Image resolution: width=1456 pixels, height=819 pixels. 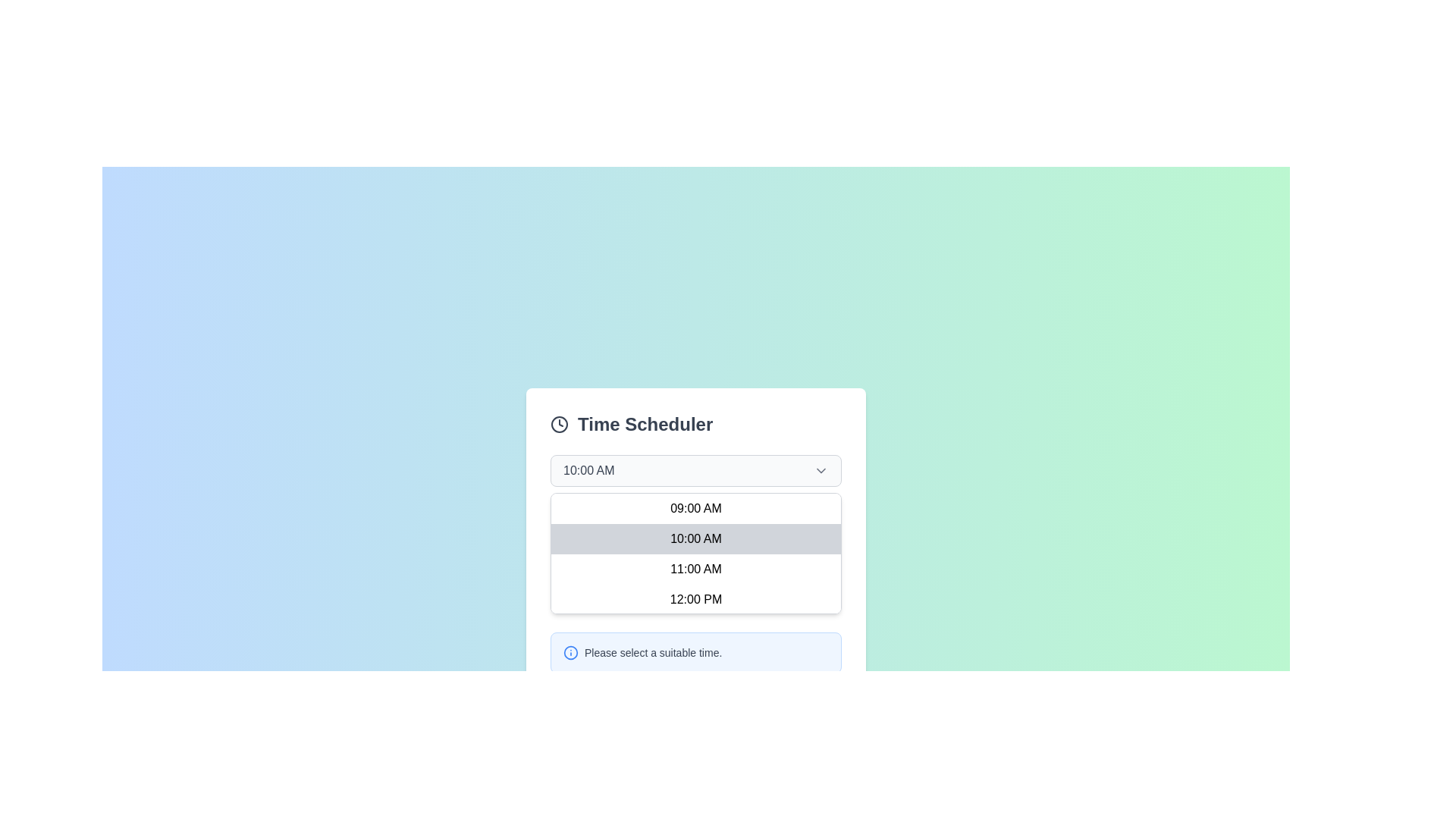 What do you see at coordinates (695, 598) in the screenshot?
I see `the selectable list item displaying '12:00 PM'` at bounding box center [695, 598].